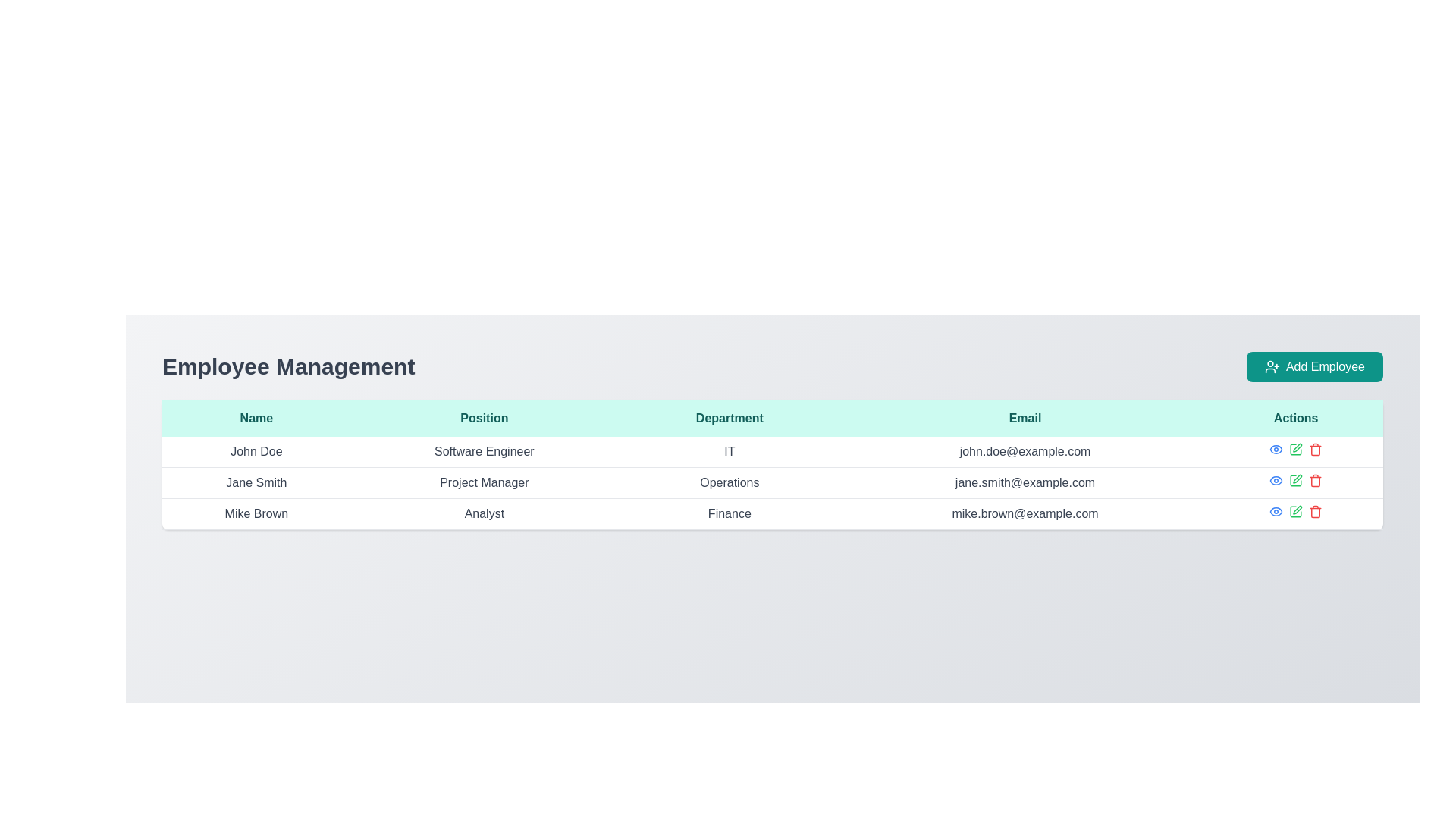  I want to click on the edit icon (pen) in the Actions column of the Employee Management table for Mike Brown, so click(1297, 510).